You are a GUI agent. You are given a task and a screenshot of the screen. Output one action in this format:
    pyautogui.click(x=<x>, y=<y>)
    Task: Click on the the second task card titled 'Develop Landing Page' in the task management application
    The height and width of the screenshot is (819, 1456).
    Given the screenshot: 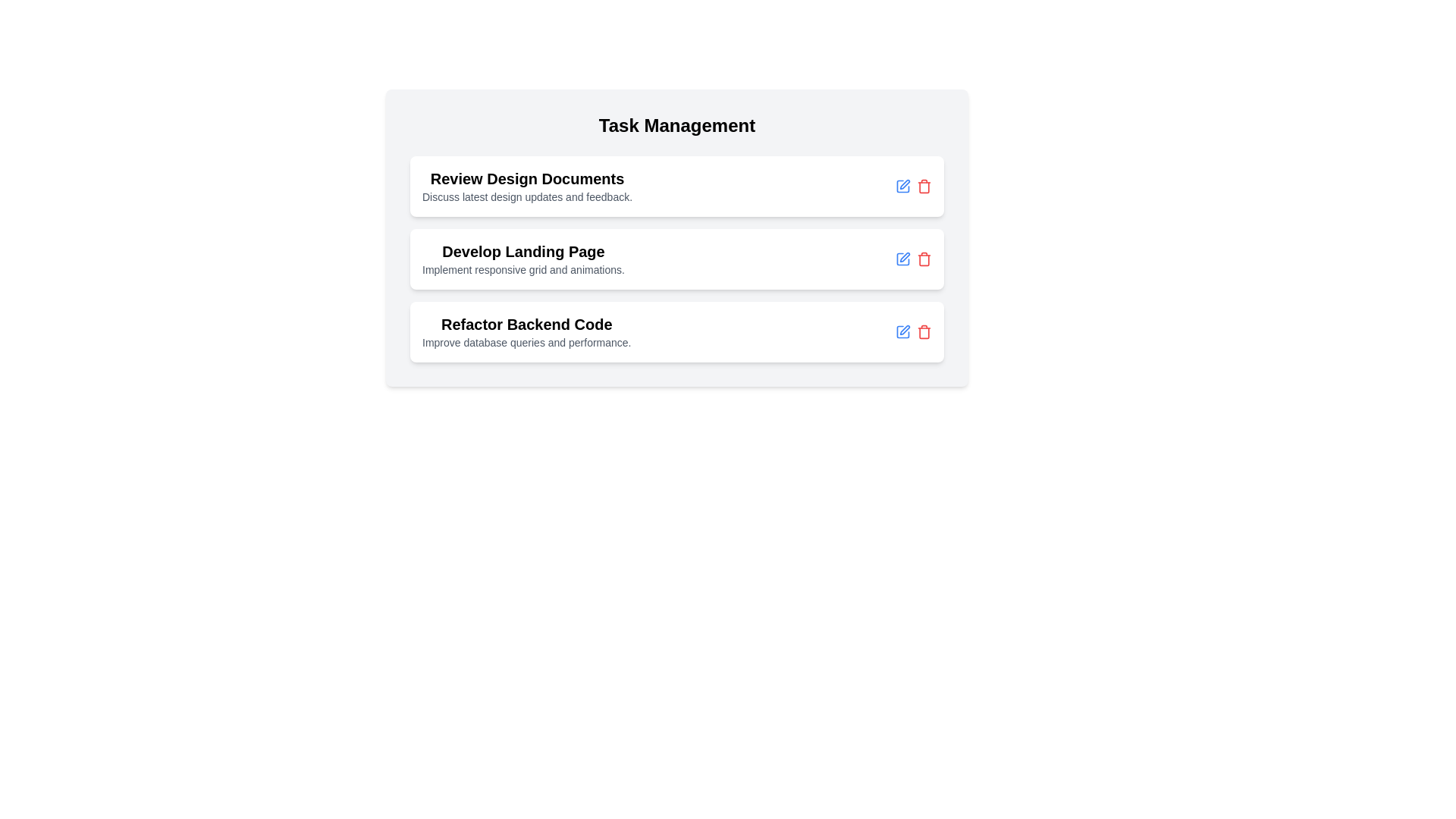 What is the action you would take?
    pyautogui.click(x=676, y=259)
    